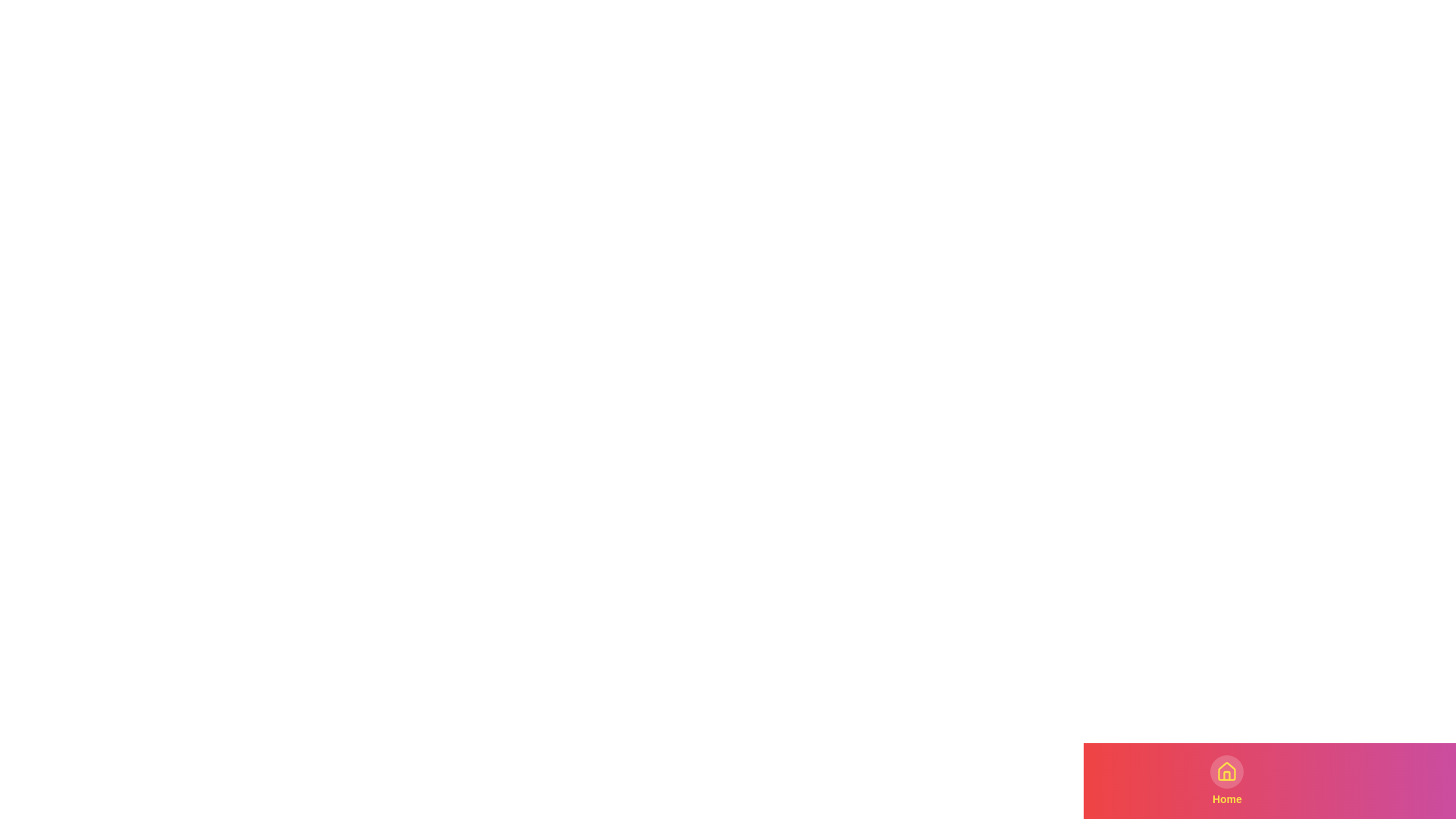 The height and width of the screenshot is (819, 1456). Describe the element at coordinates (1227, 780) in the screenshot. I see `the tab labeled Home in the bottom navigation bar` at that location.